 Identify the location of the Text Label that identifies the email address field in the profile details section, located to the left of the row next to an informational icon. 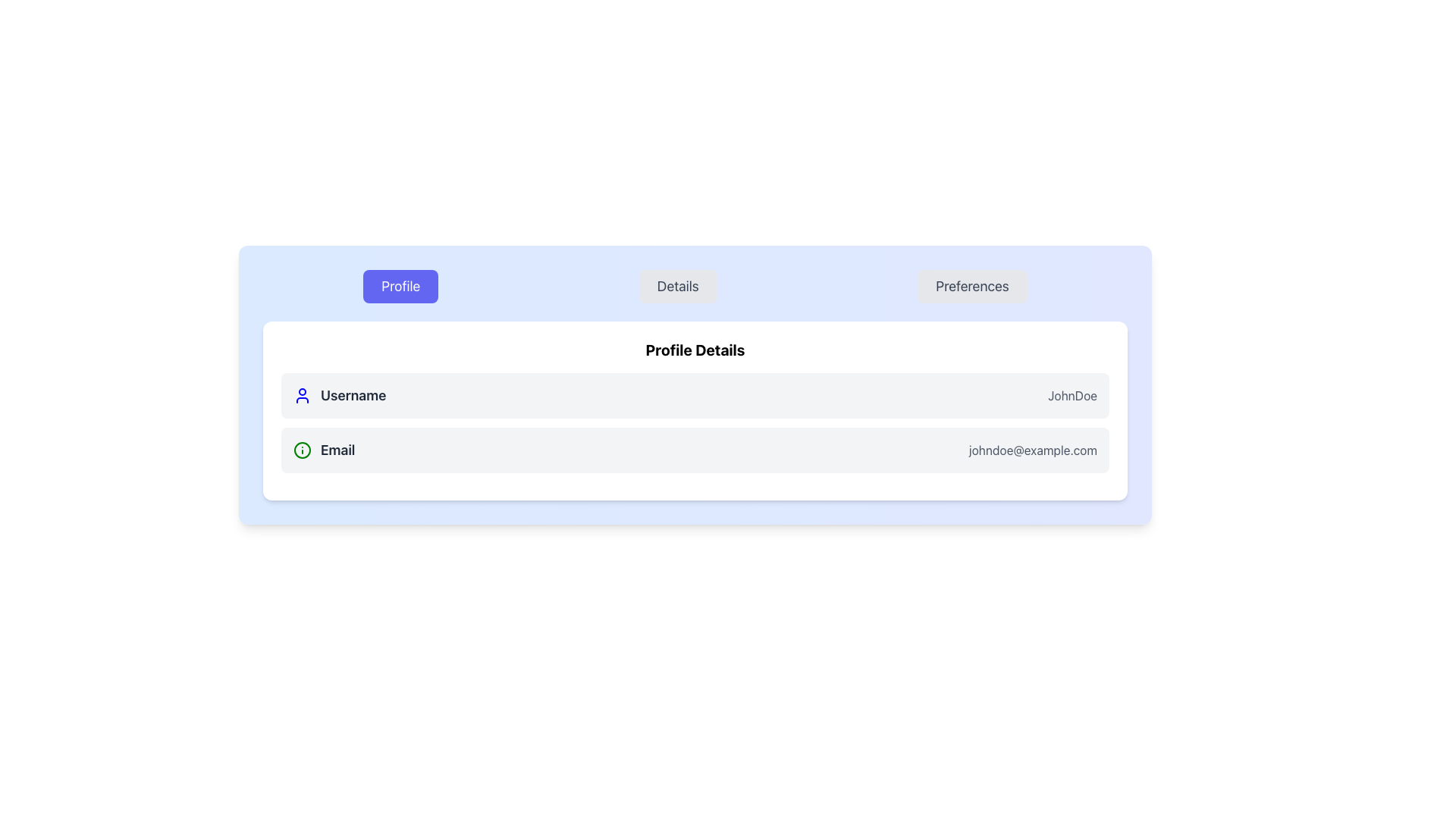
(323, 450).